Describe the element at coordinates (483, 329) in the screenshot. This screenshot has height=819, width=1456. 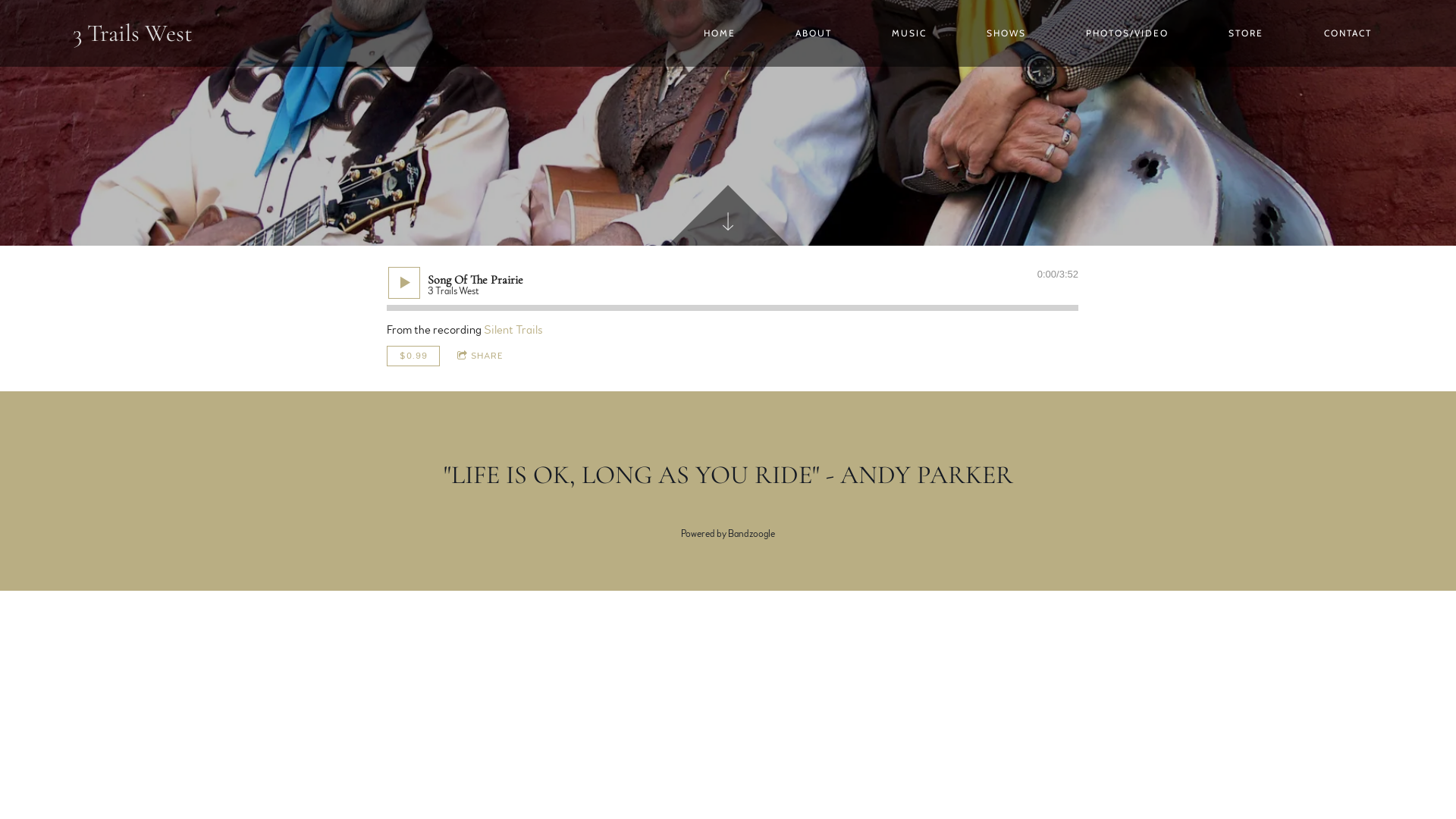
I see `'Silent Trails'` at that location.